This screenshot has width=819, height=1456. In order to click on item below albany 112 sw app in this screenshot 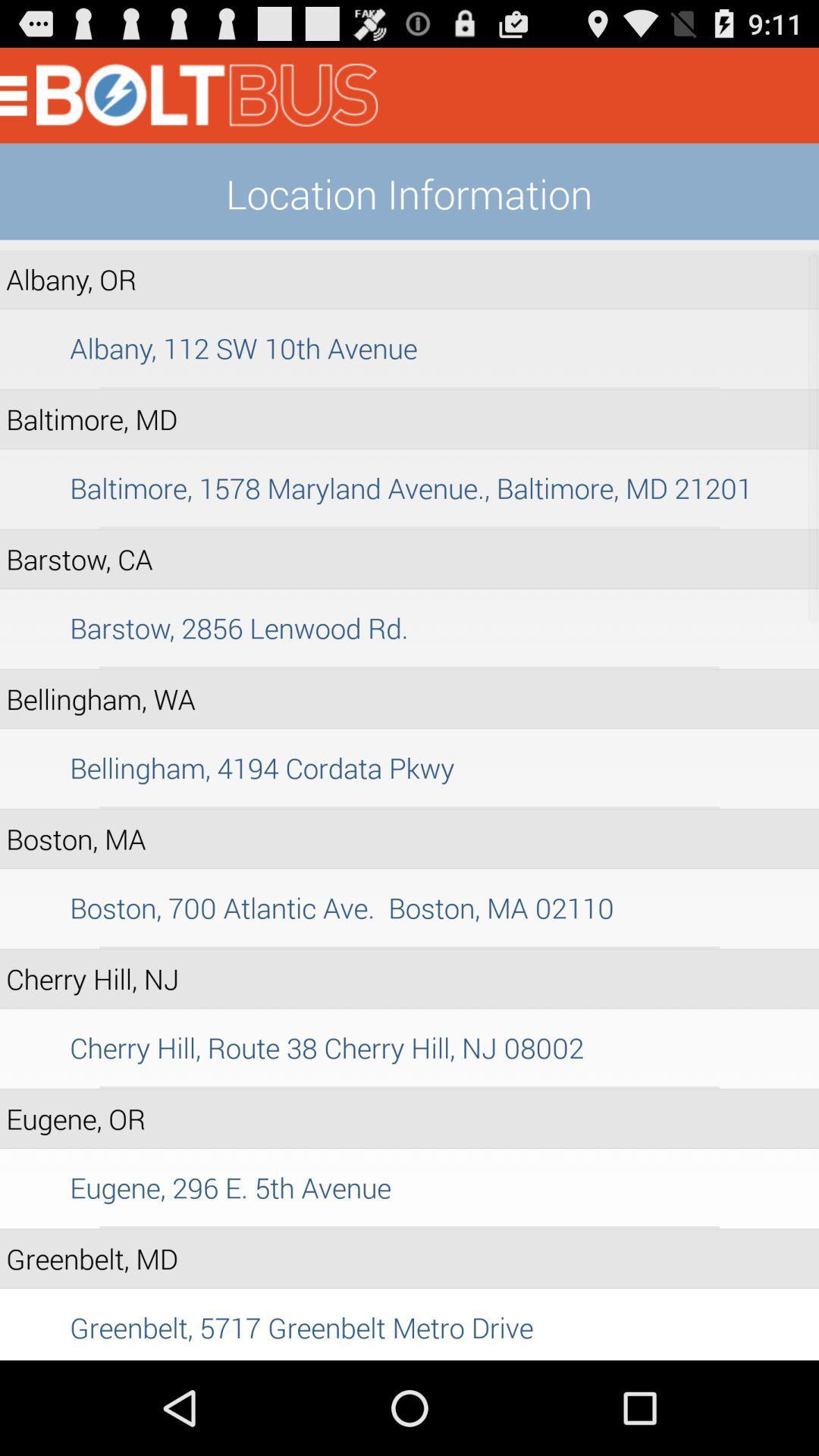, I will do `click(409, 388)`.